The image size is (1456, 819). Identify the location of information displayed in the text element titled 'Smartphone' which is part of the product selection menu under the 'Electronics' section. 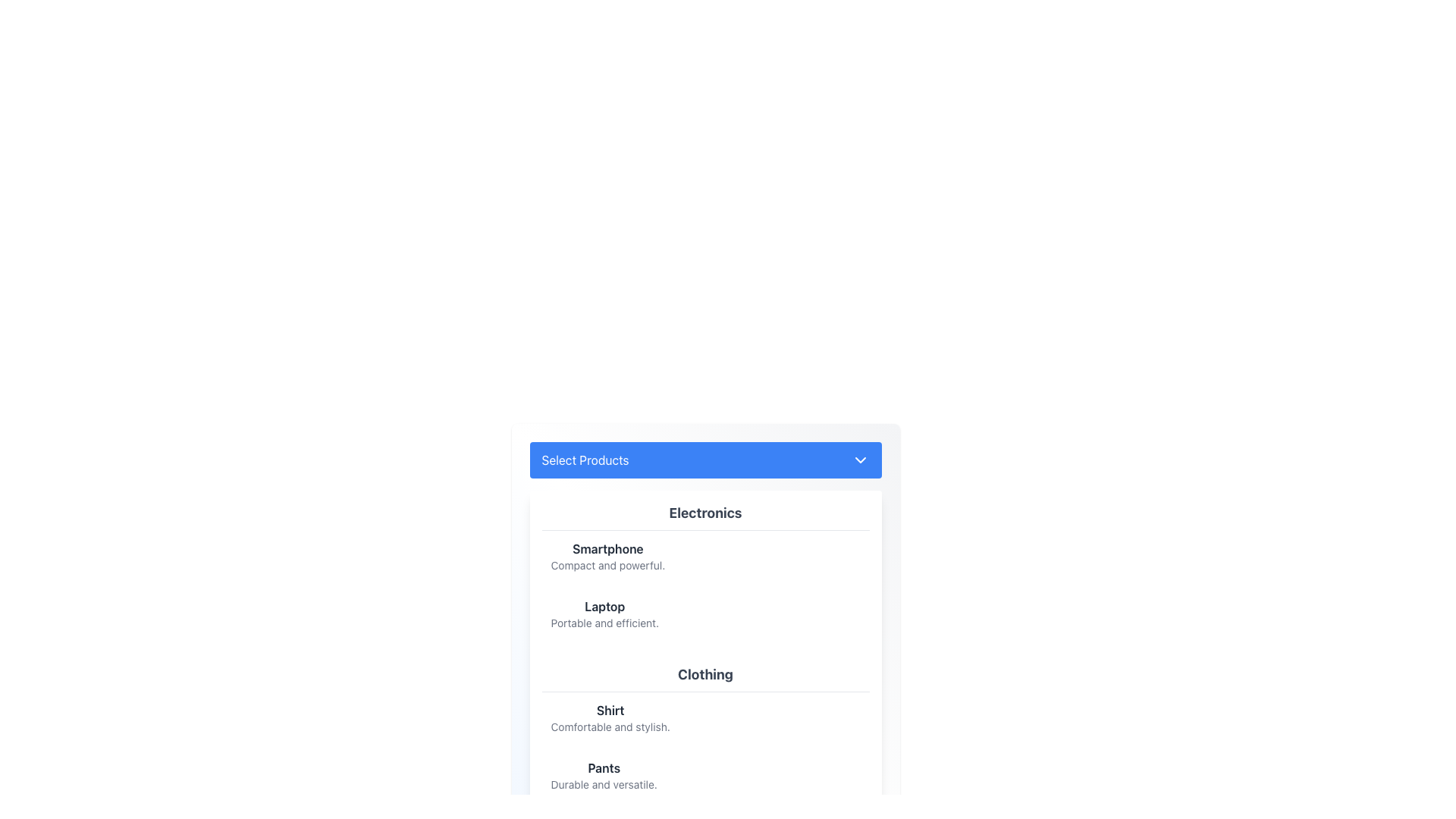
(607, 556).